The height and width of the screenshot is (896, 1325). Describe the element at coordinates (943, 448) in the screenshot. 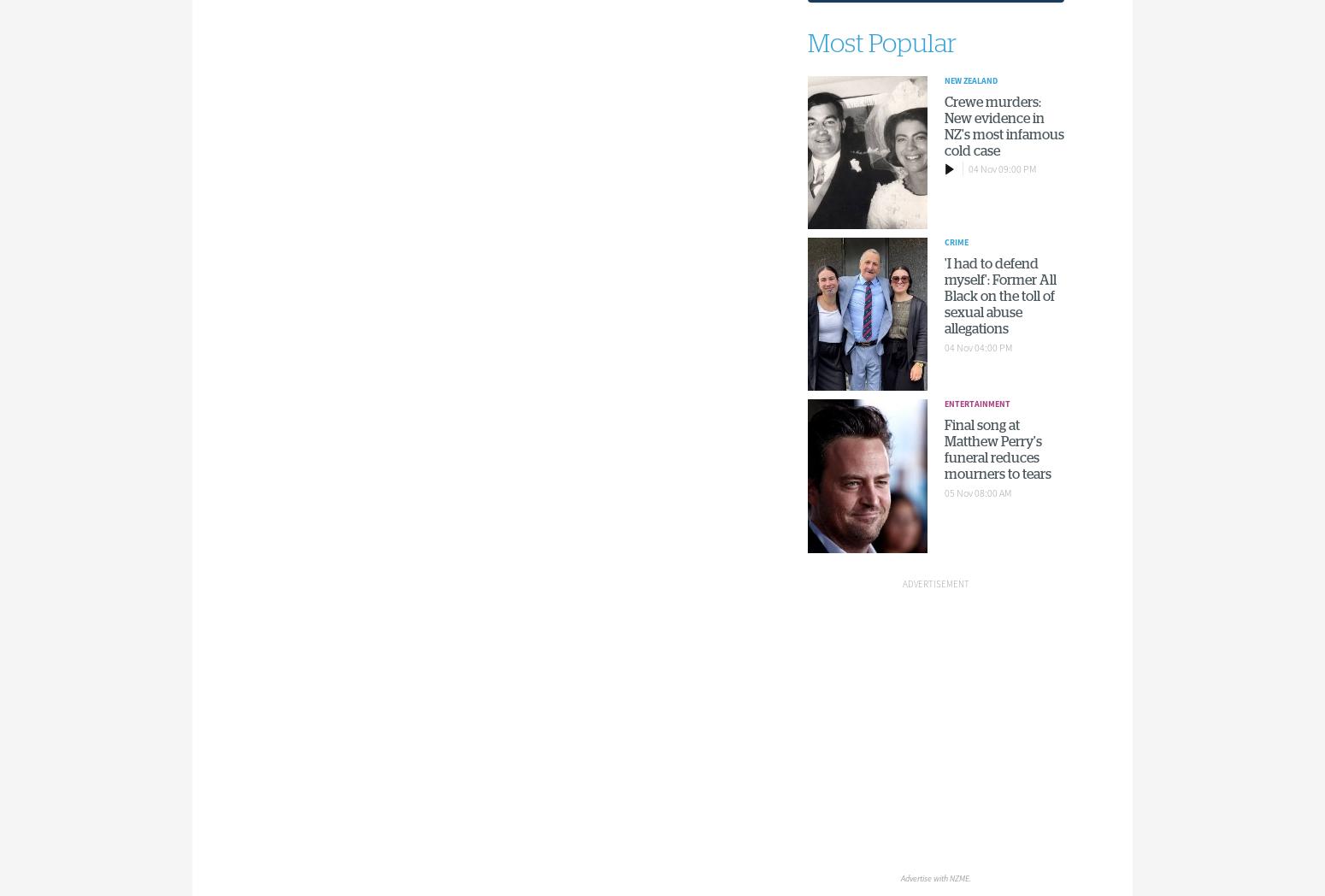

I see `'Final song at Matthew Perry's funeral reduces mourners to tears'` at that location.